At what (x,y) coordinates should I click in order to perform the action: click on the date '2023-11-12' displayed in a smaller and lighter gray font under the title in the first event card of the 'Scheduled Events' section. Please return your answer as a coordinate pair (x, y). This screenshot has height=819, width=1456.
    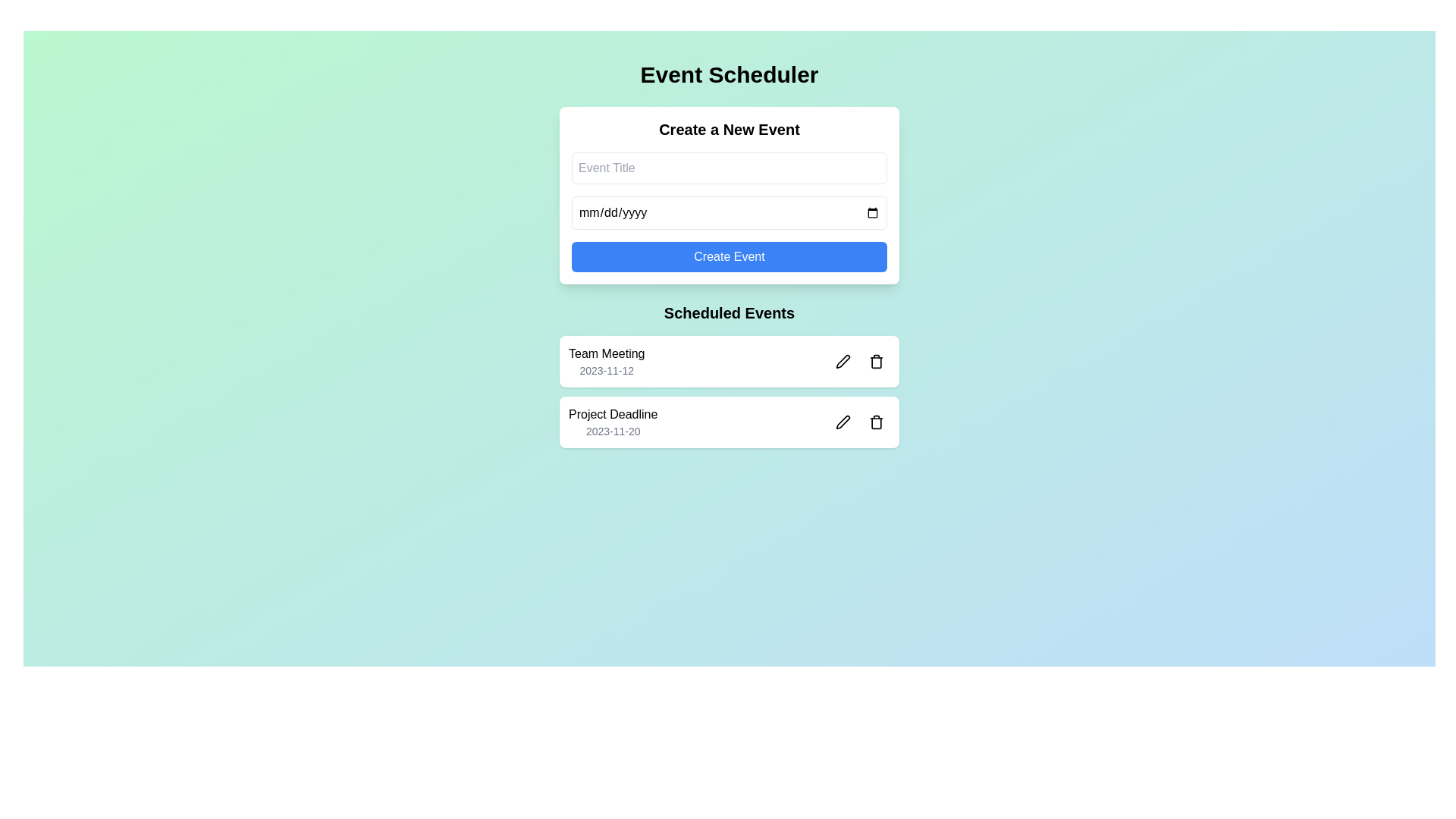
    Looking at the image, I should click on (607, 371).